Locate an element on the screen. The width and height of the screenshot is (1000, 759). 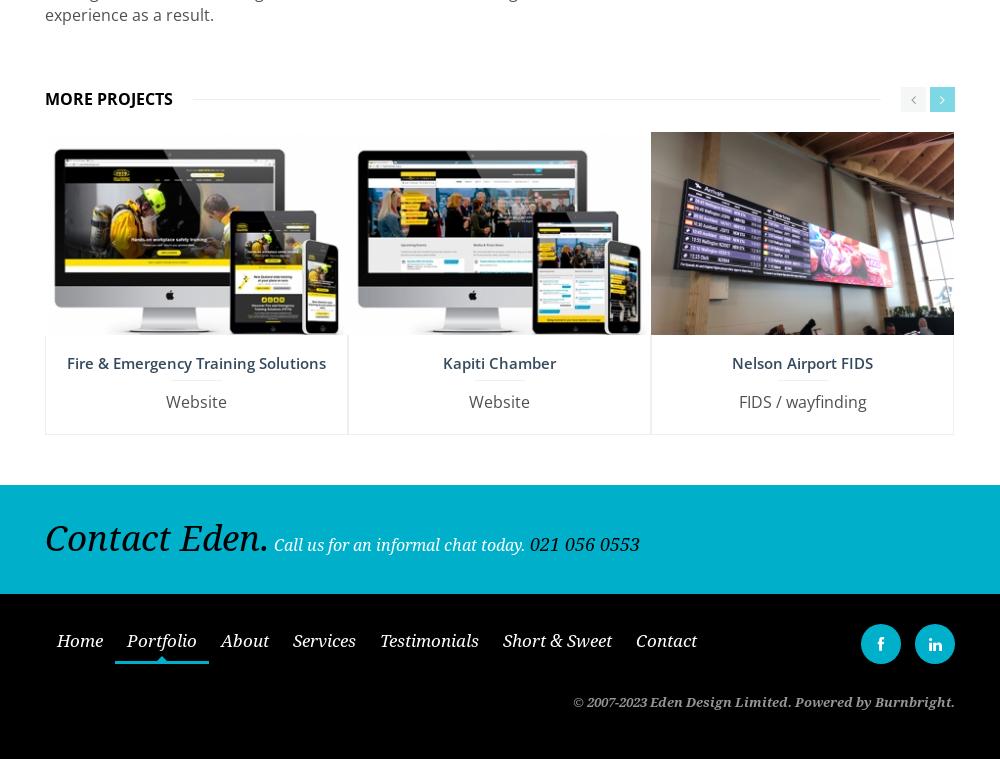
'Kapiti Chamber' is located at coordinates (498, 353).